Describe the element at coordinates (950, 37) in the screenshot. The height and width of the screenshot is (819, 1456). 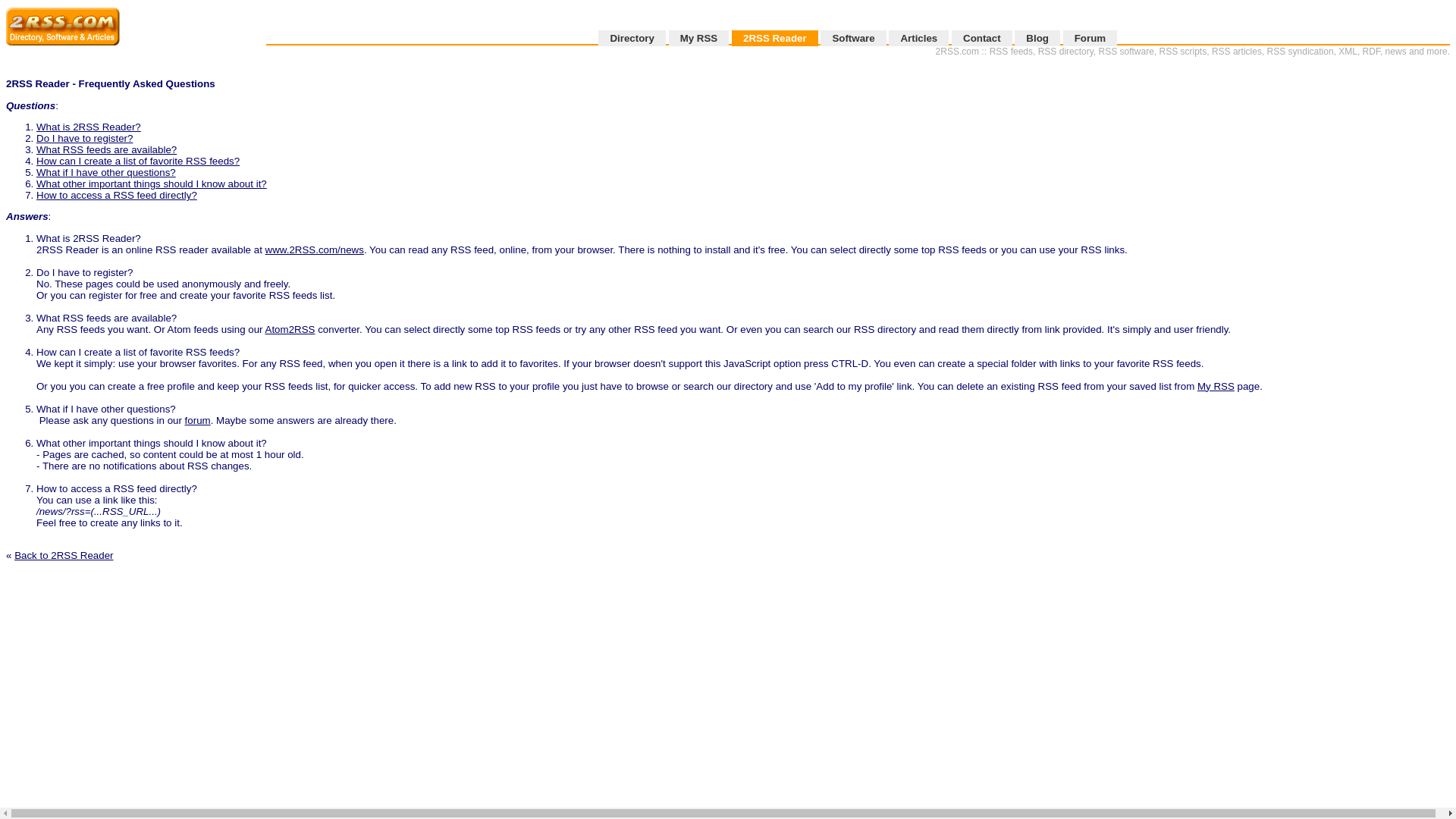
I see `'Contact'` at that location.